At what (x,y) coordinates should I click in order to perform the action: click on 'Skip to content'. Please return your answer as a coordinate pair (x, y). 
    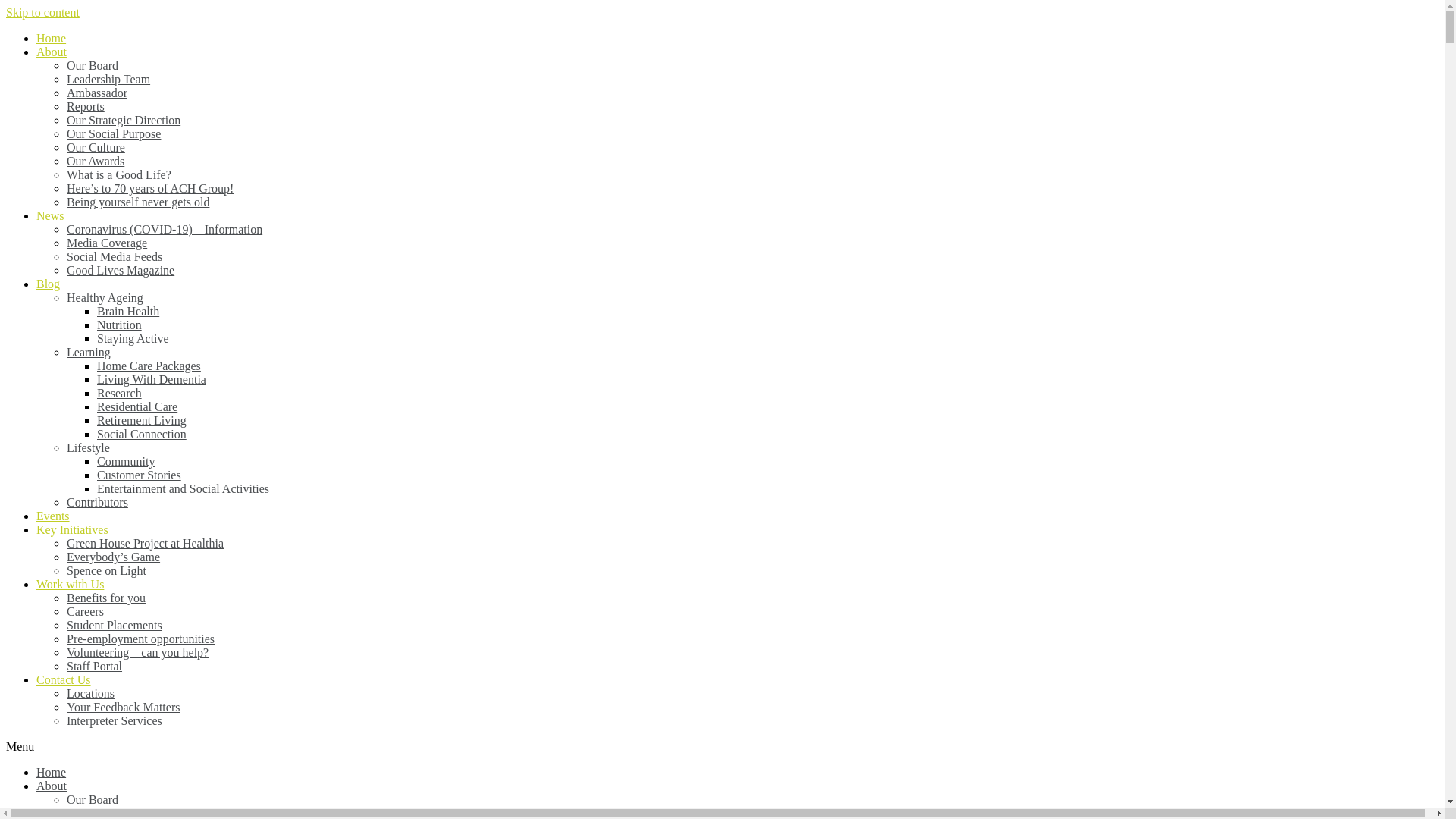
    Looking at the image, I should click on (42, 12).